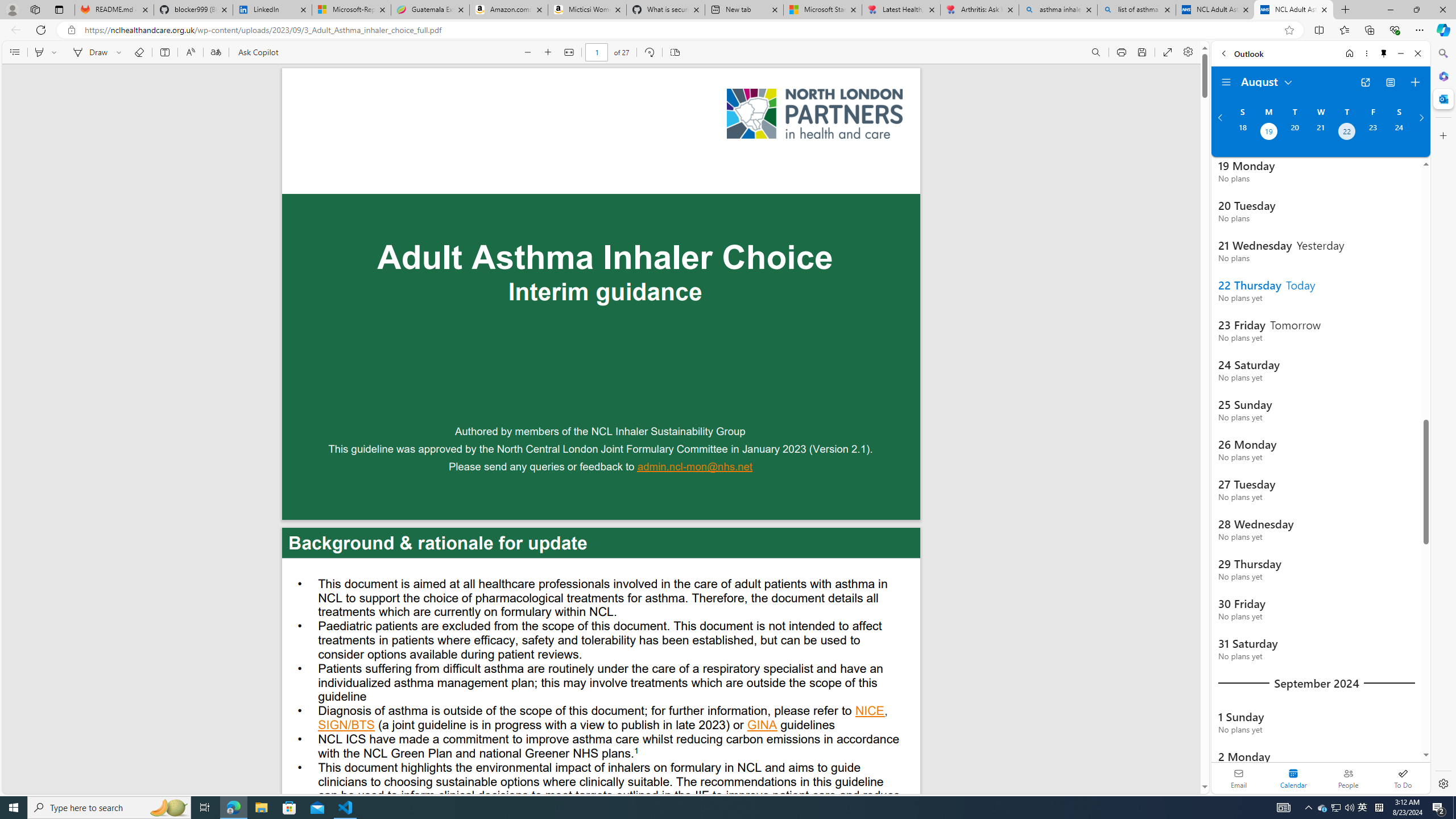 This screenshot has height=819, width=1456. What do you see at coordinates (1267, 80) in the screenshot?
I see `'August'` at bounding box center [1267, 80].